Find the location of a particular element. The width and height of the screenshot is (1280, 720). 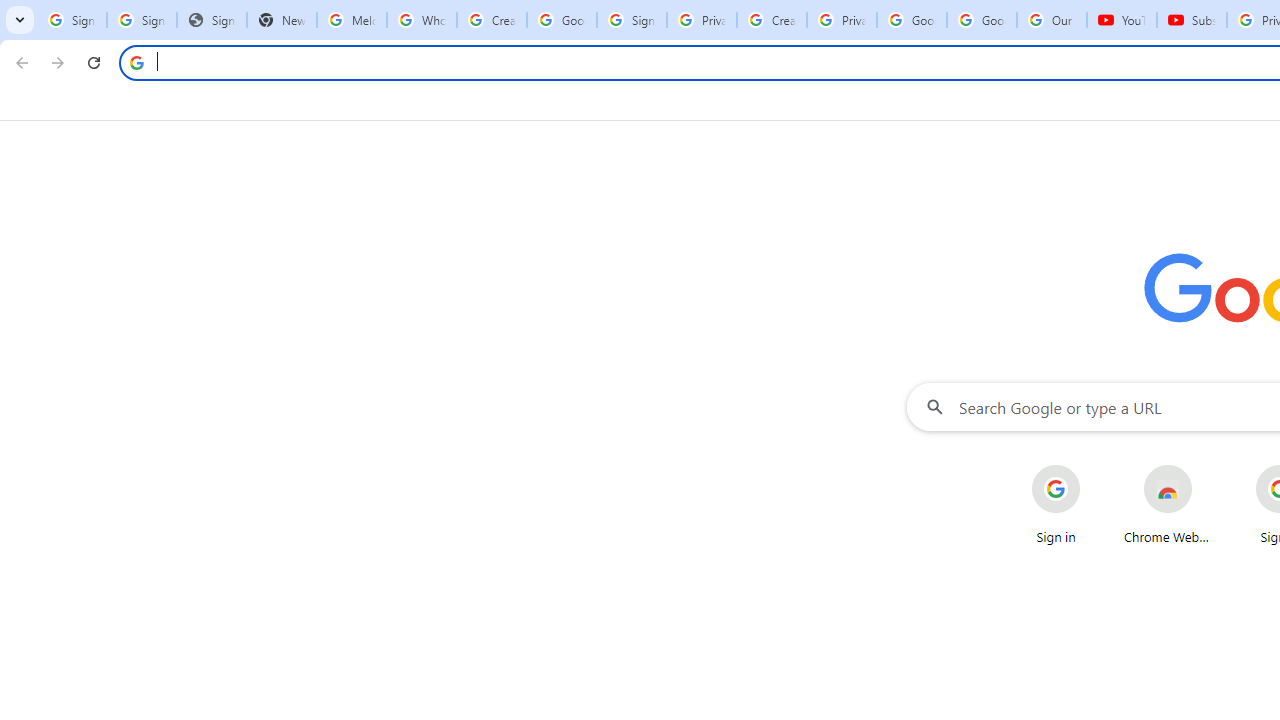

'Sign in - Google Accounts' is located at coordinates (630, 20).